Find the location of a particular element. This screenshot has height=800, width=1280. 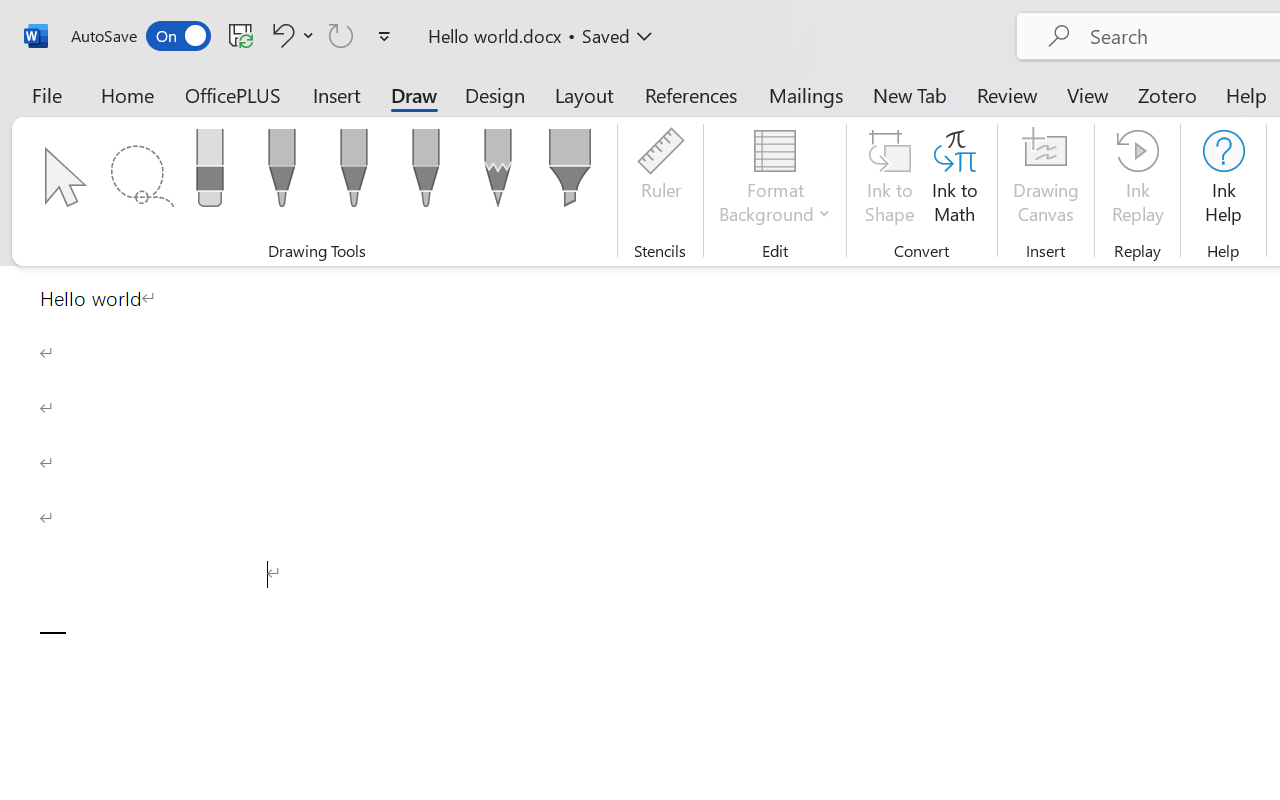

'Layout' is located at coordinates (583, 94).